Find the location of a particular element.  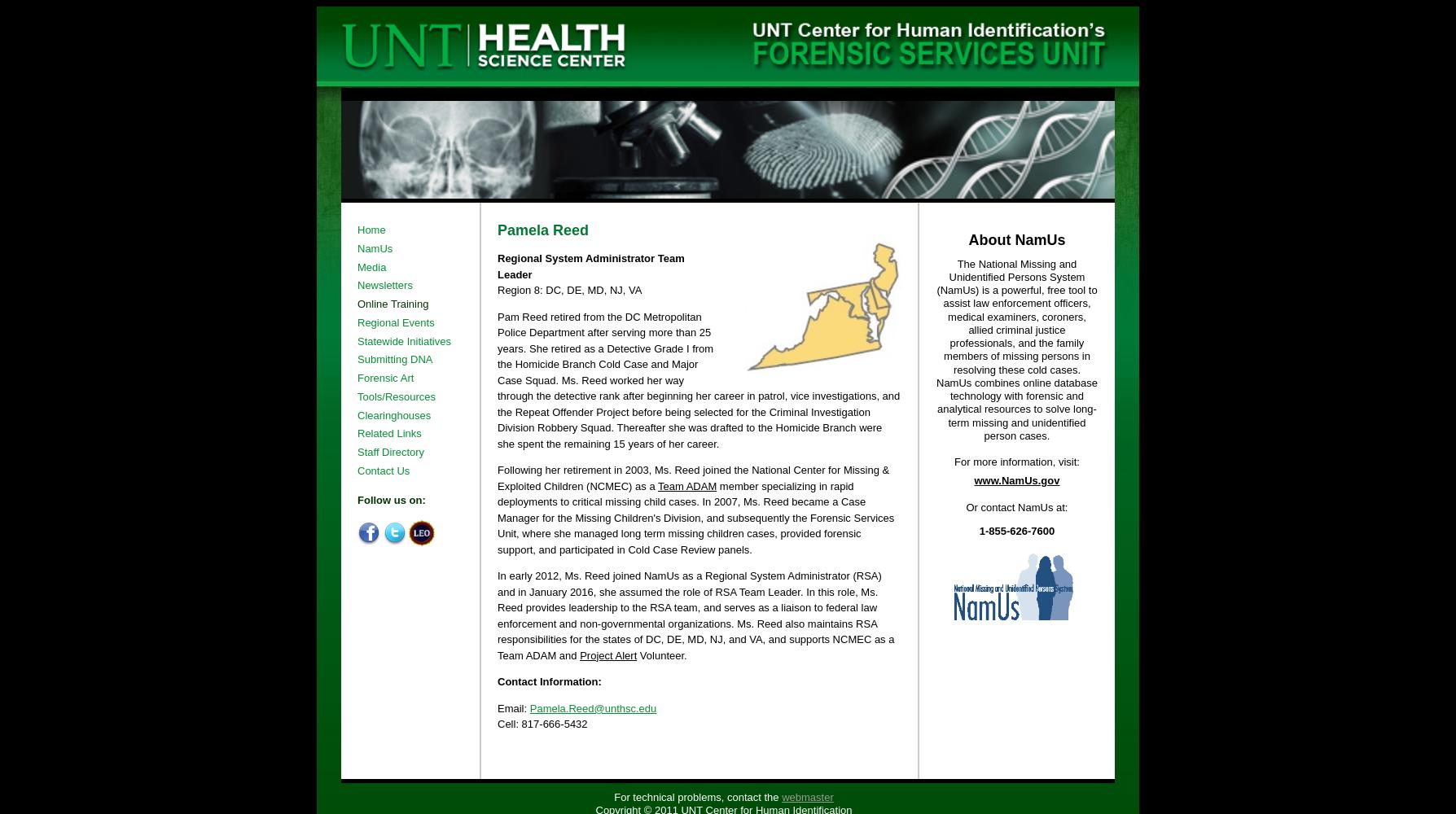

'Home' is located at coordinates (356, 230).